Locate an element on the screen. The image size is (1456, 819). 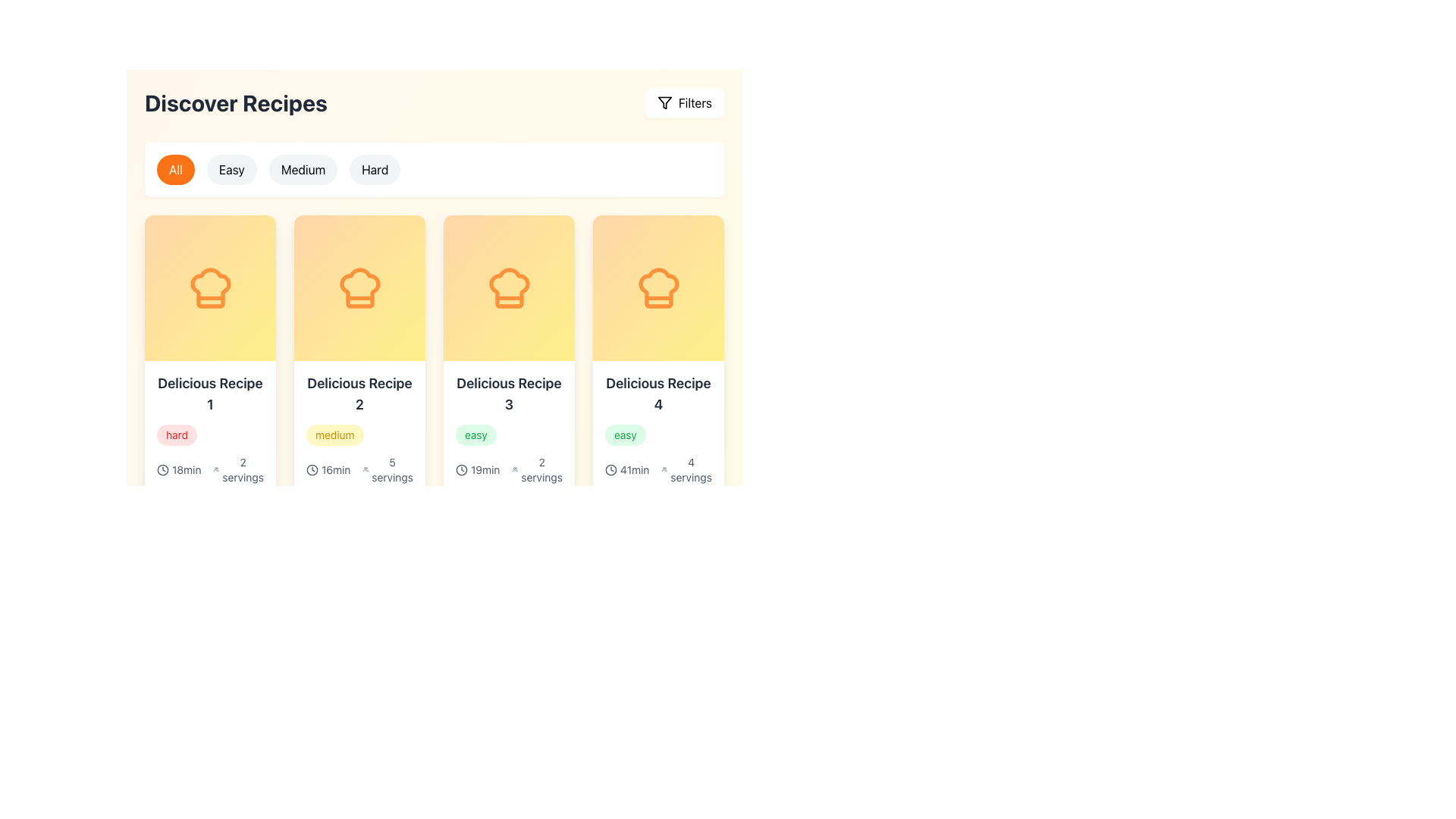
the central shape of the chef hat icon in the second column of chef hat icons, which is located above the text 'Delicious Recipe 2' on the yellow-toned card background is located at coordinates (359, 287).